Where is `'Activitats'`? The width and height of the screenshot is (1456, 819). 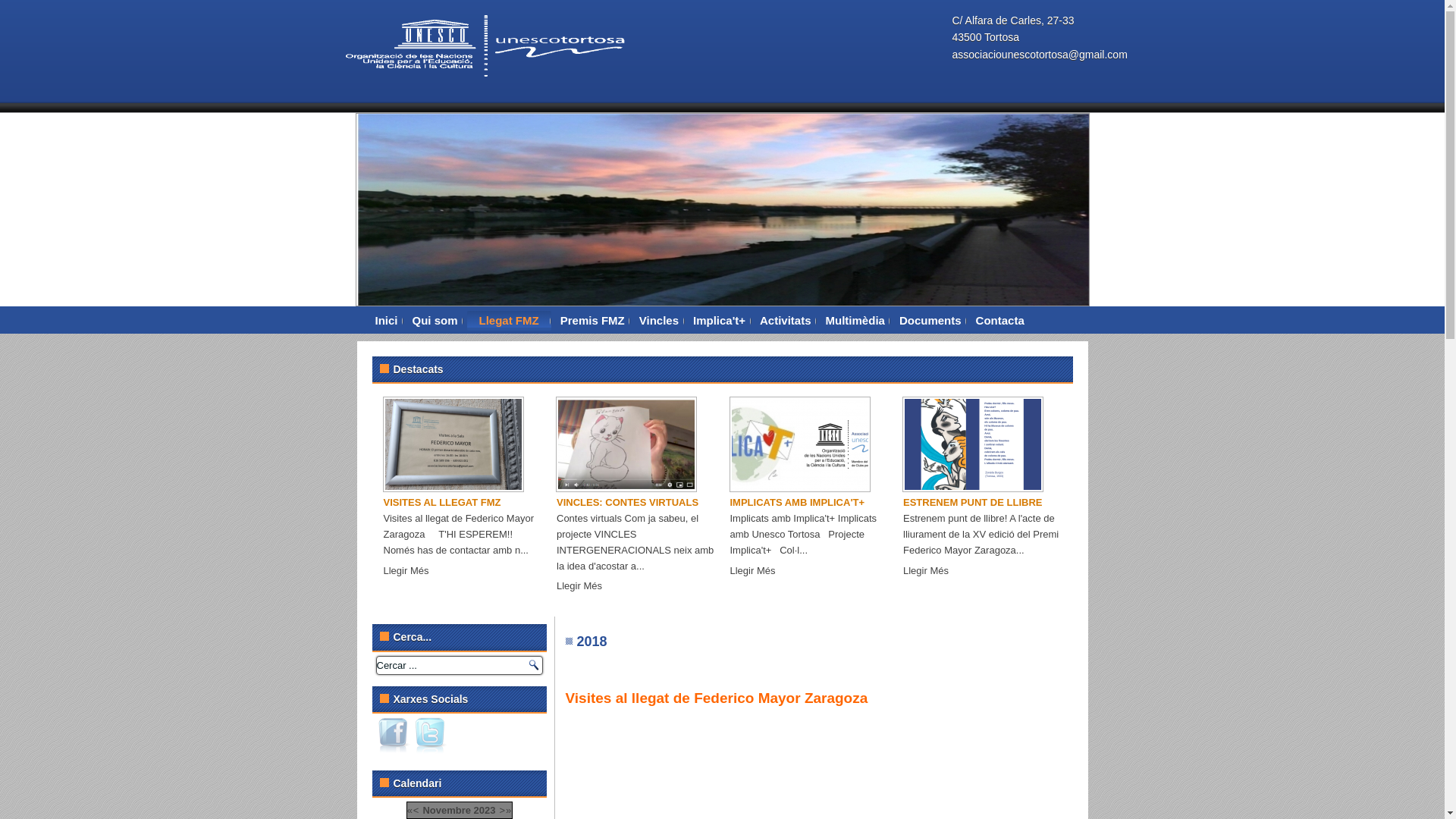
'Activitats' is located at coordinates (786, 320).